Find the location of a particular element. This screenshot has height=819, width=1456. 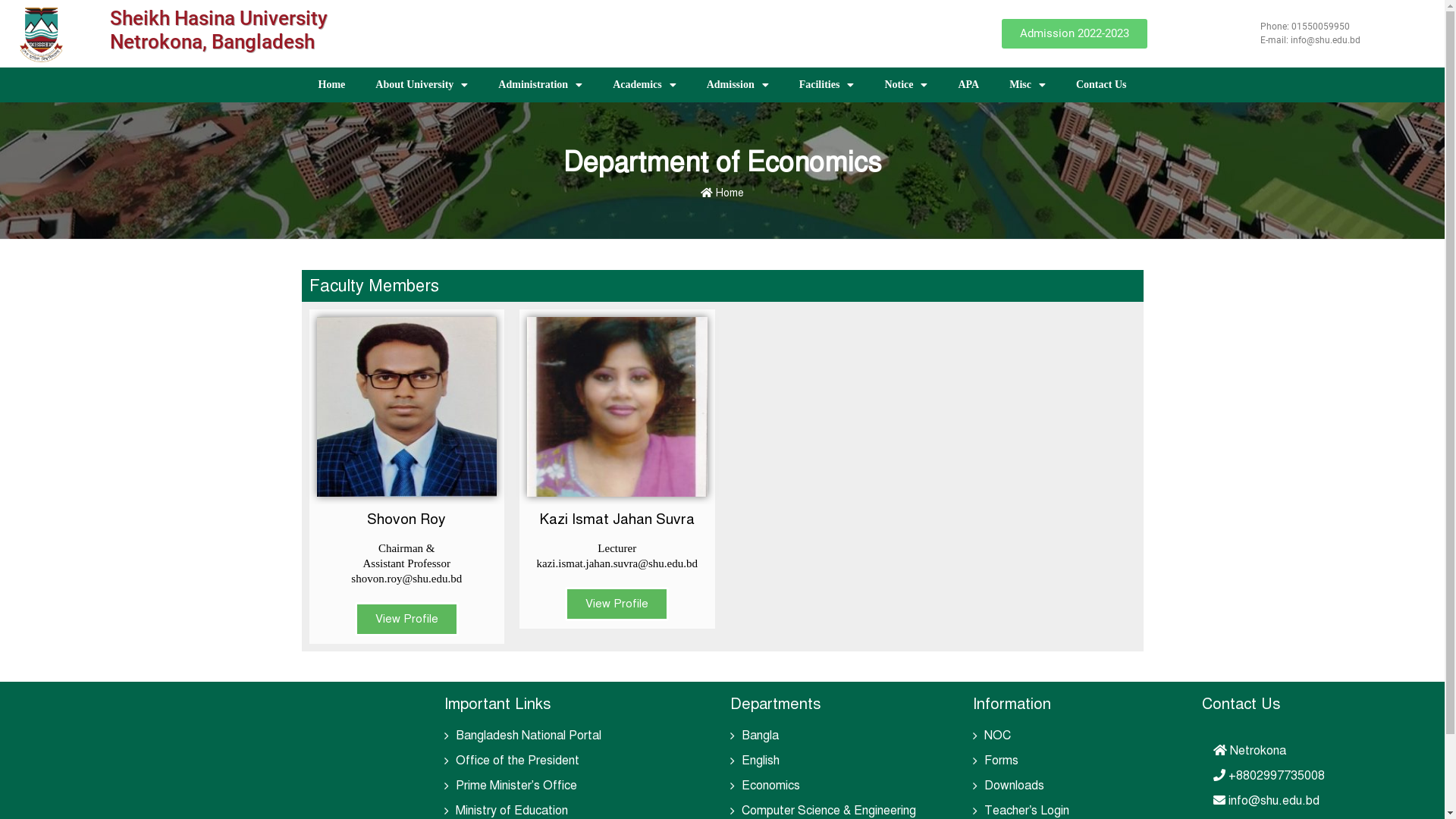

'NOC' is located at coordinates (997, 734).